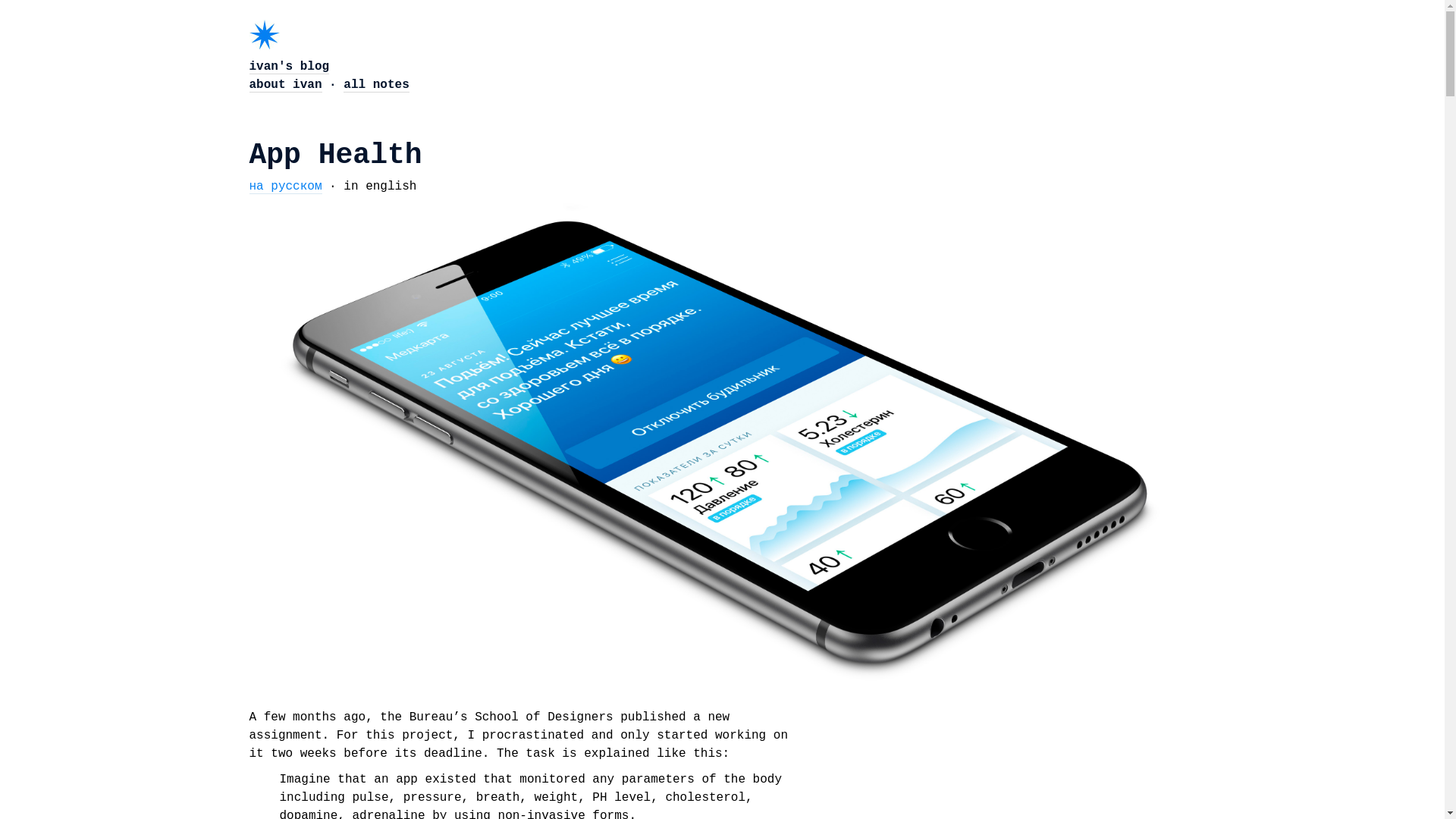  What do you see at coordinates (284, 85) in the screenshot?
I see `'about ivan'` at bounding box center [284, 85].